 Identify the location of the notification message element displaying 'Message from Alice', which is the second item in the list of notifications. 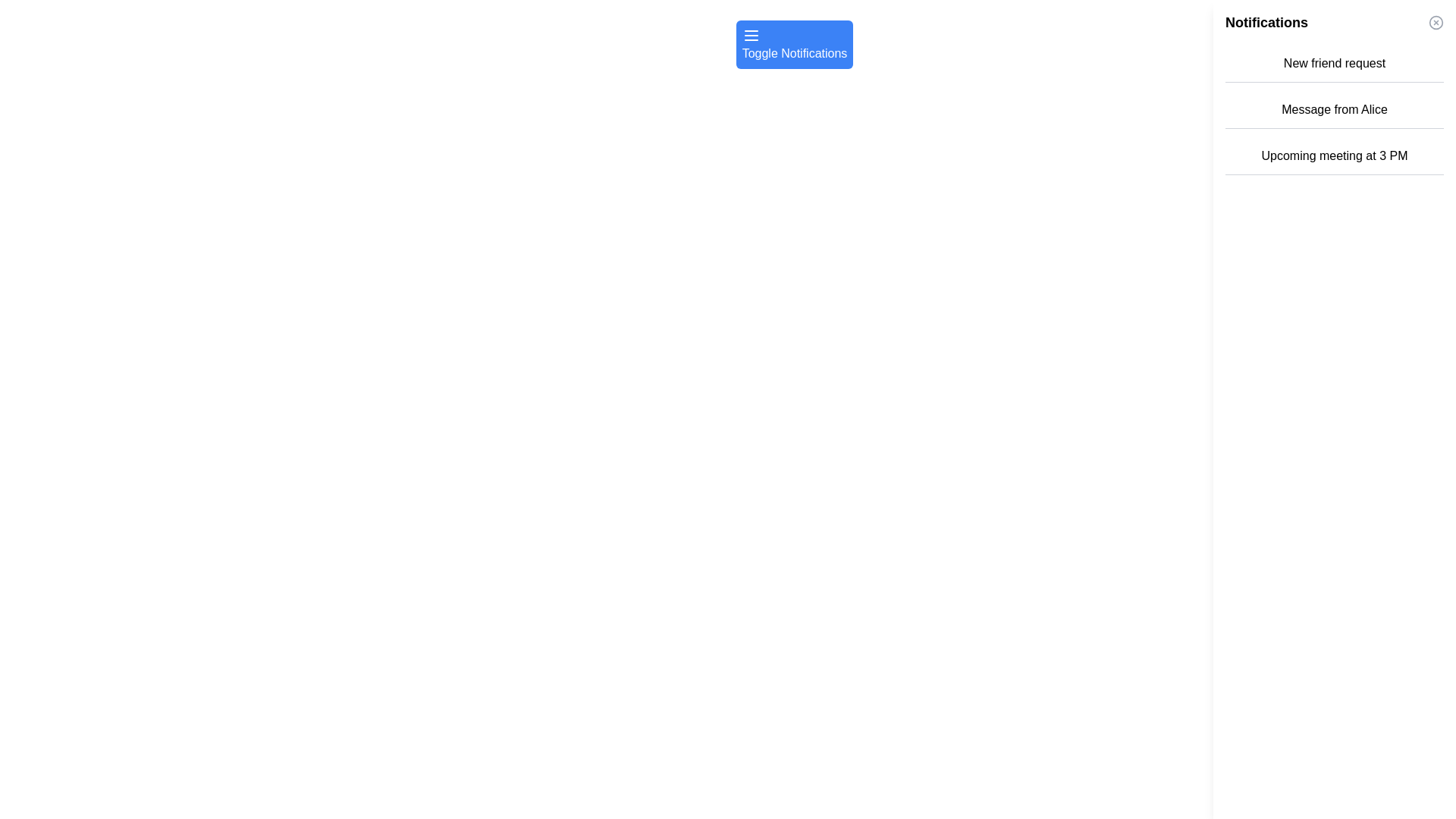
(1335, 109).